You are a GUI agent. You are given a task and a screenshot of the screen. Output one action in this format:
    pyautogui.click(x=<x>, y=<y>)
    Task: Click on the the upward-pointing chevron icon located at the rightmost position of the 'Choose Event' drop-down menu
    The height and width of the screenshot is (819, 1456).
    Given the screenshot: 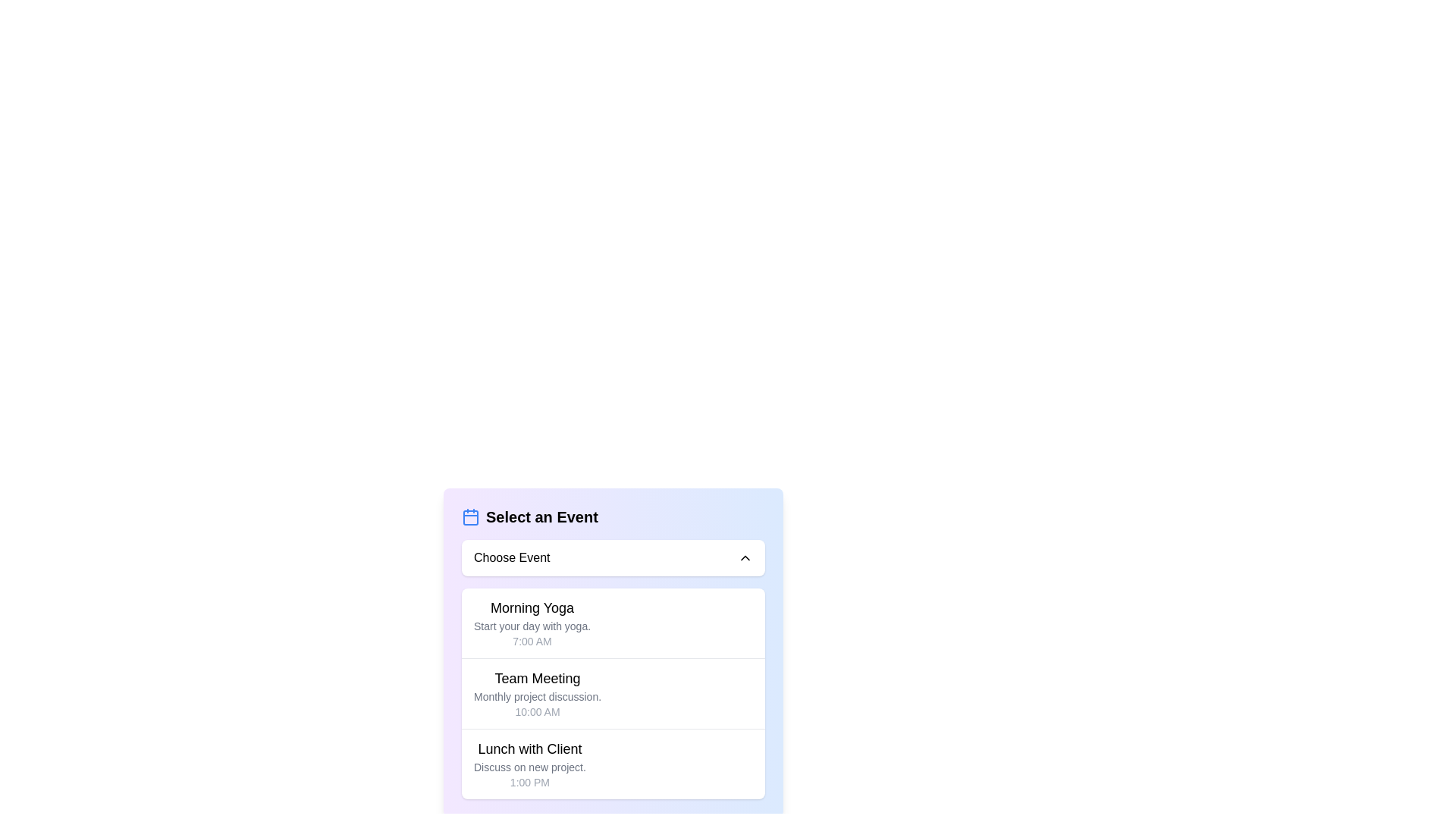 What is the action you would take?
    pyautogui.click(x=745, y=558)
    